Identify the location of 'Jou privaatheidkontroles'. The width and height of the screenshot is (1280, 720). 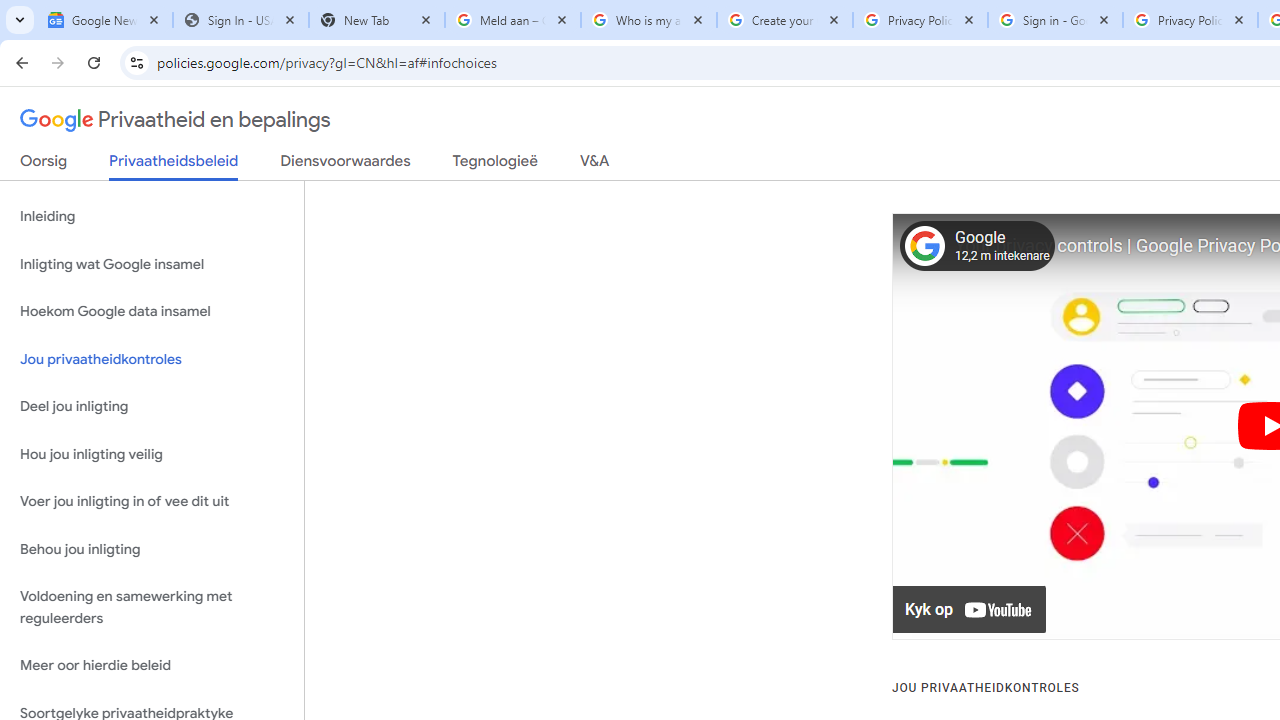
(151, 358).